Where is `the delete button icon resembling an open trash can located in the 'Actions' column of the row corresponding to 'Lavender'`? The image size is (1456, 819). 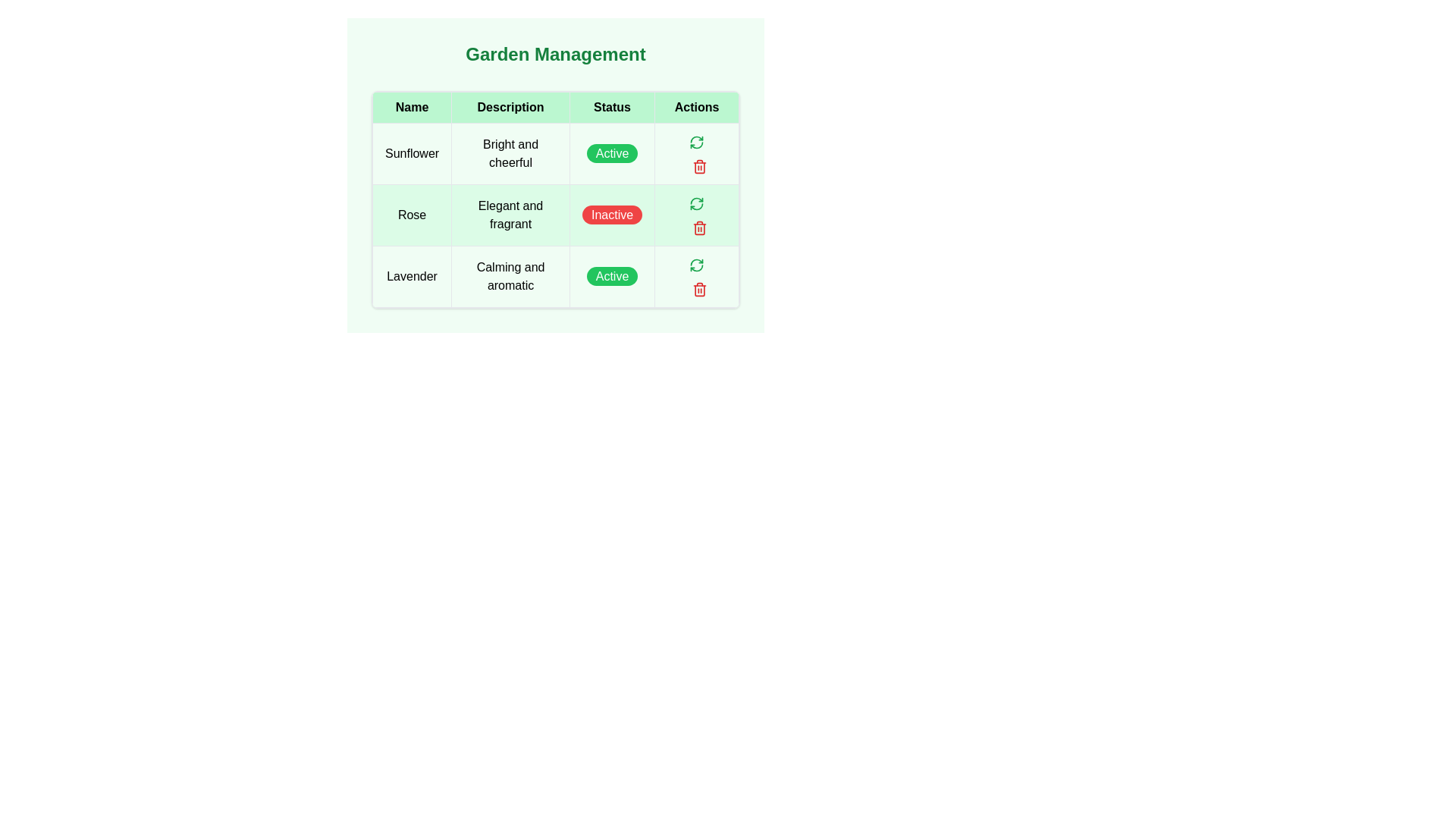
the delete button icon resembling an open trash can located in the 'Actions' column of the row corresponding to 'Lavender' is located at coordinates (699, 290).